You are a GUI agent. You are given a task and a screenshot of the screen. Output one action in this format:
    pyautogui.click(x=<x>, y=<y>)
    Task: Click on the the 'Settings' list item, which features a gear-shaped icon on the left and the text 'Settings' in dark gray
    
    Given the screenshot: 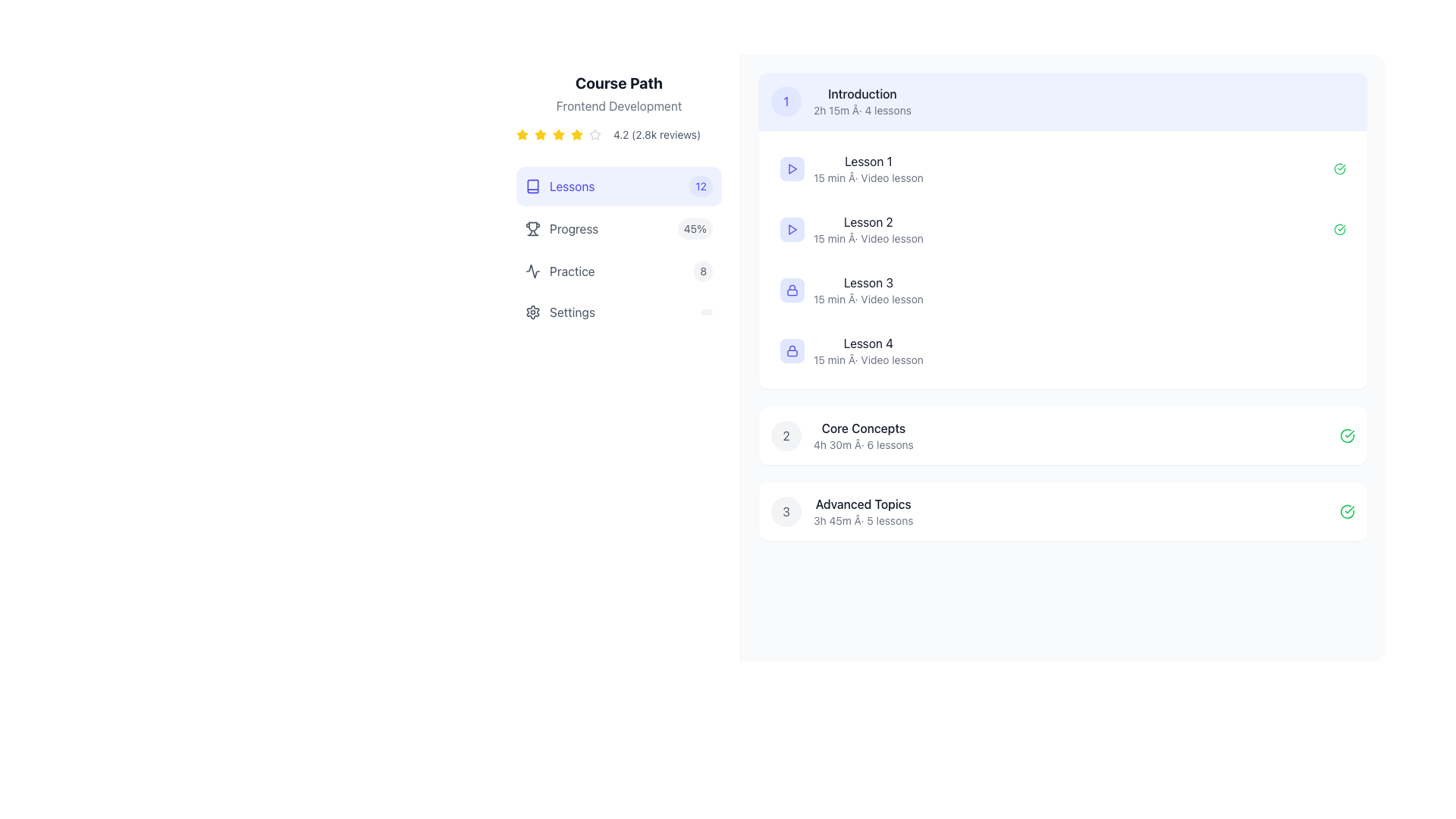 What is the action you would take?
    pyautogui.click(x=560, y=312)
    